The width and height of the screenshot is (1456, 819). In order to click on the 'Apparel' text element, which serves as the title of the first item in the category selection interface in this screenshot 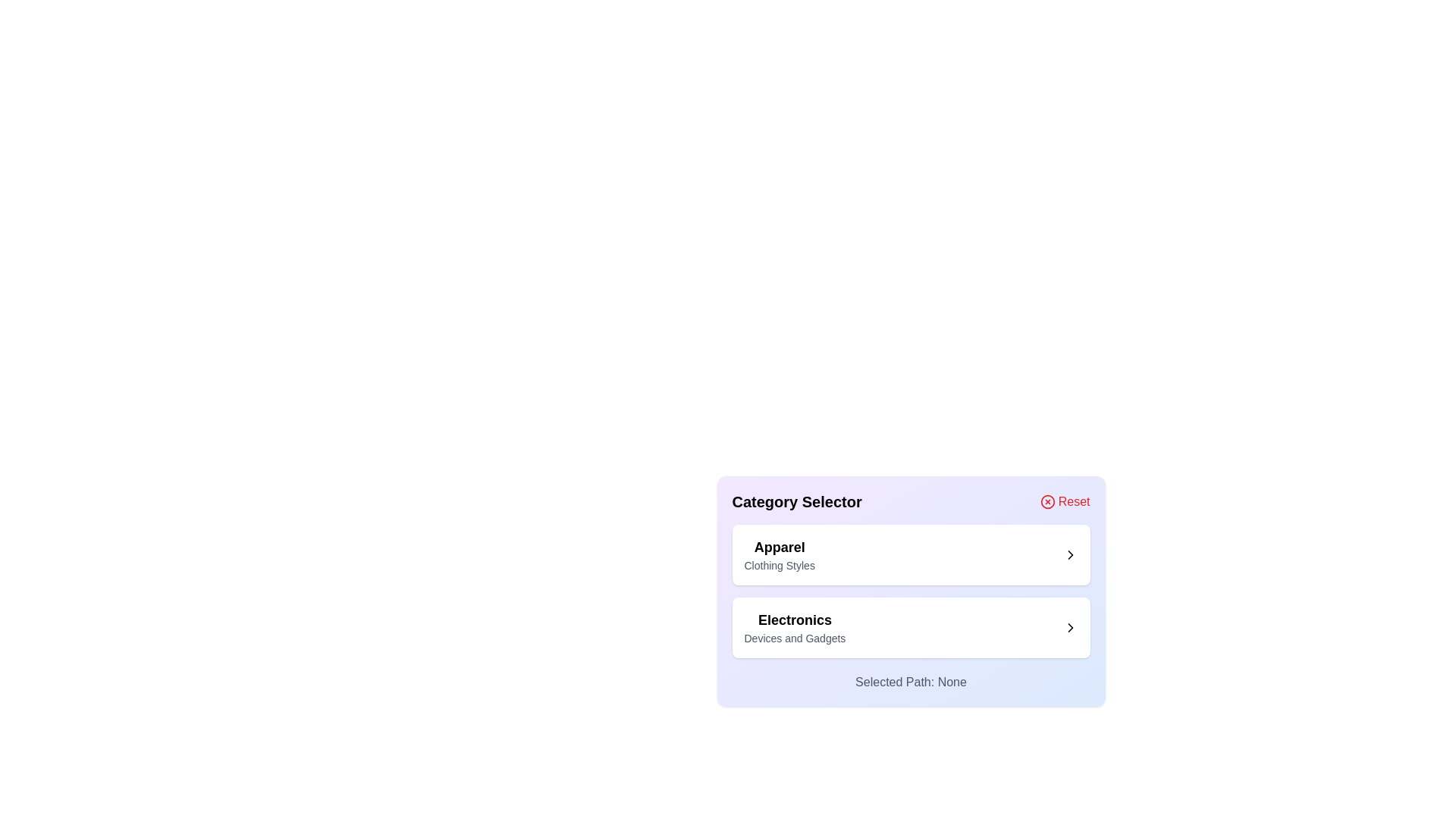, I will do `click(780, 547)`.